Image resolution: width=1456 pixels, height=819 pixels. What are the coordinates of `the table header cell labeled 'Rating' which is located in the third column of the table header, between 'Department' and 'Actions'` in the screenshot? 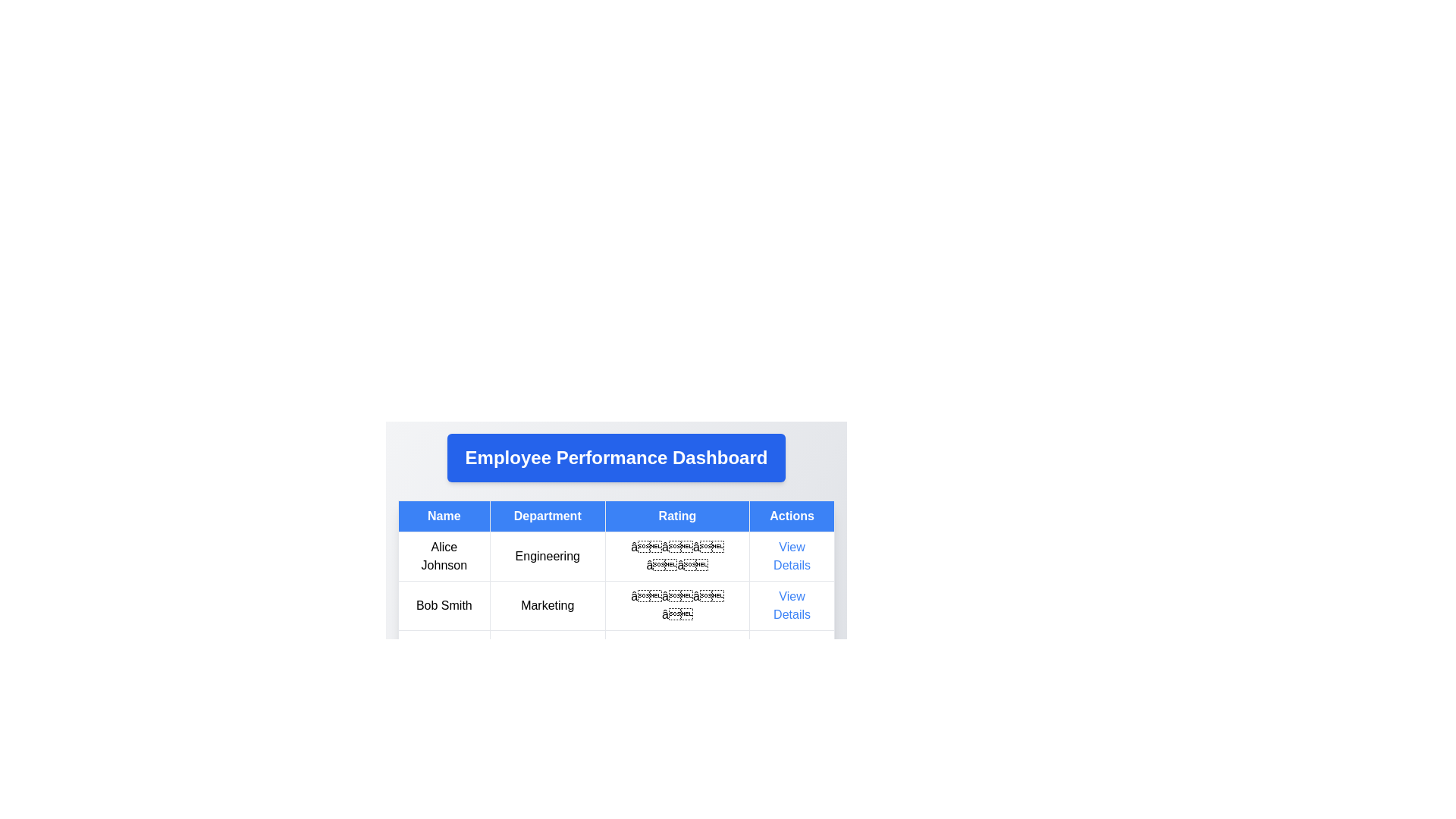 It's located at (676, 516).